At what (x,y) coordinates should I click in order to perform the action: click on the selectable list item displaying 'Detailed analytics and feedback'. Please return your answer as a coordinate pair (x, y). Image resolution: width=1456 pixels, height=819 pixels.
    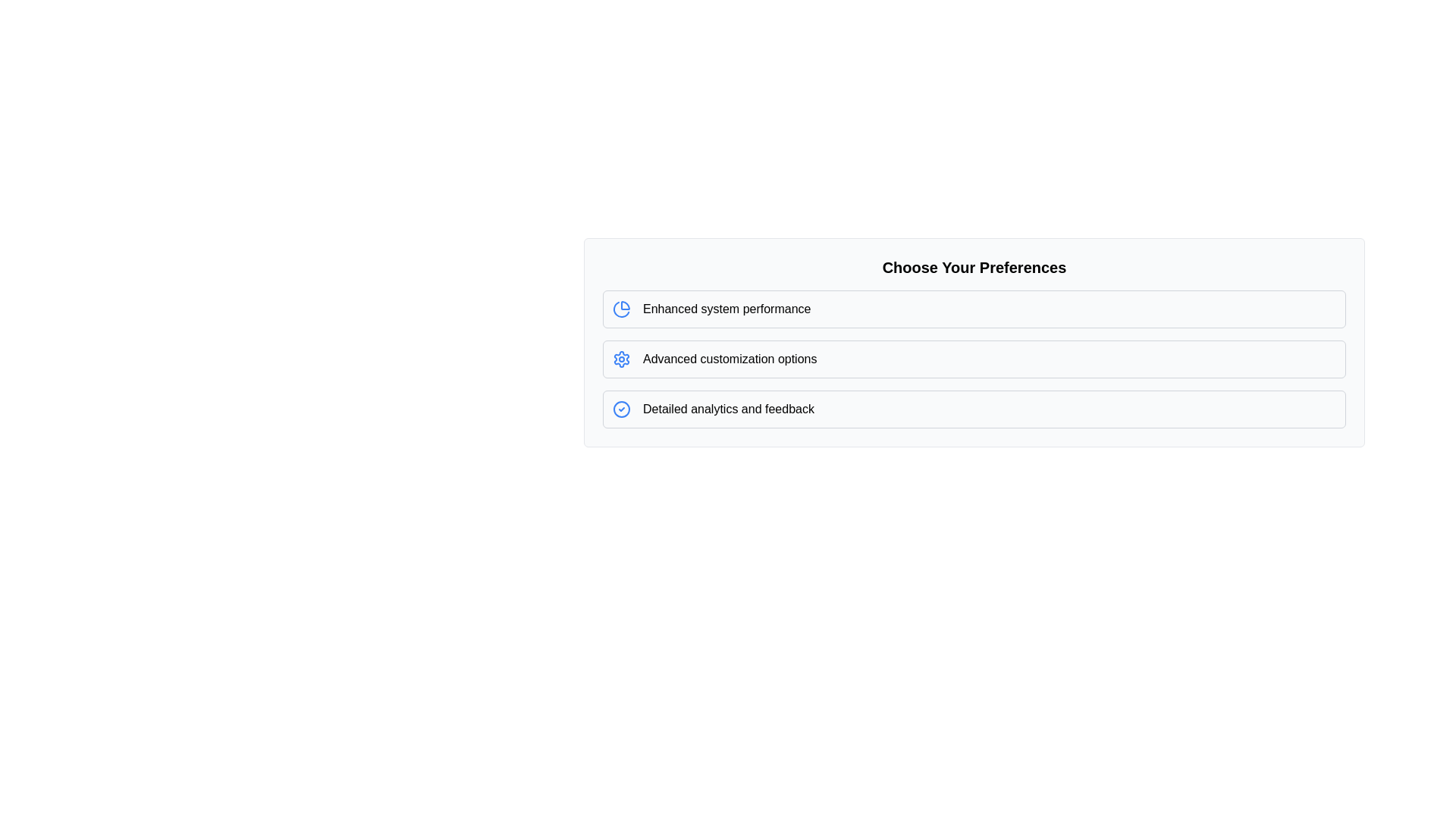
    Looking at the image, I should click on (974, 409).